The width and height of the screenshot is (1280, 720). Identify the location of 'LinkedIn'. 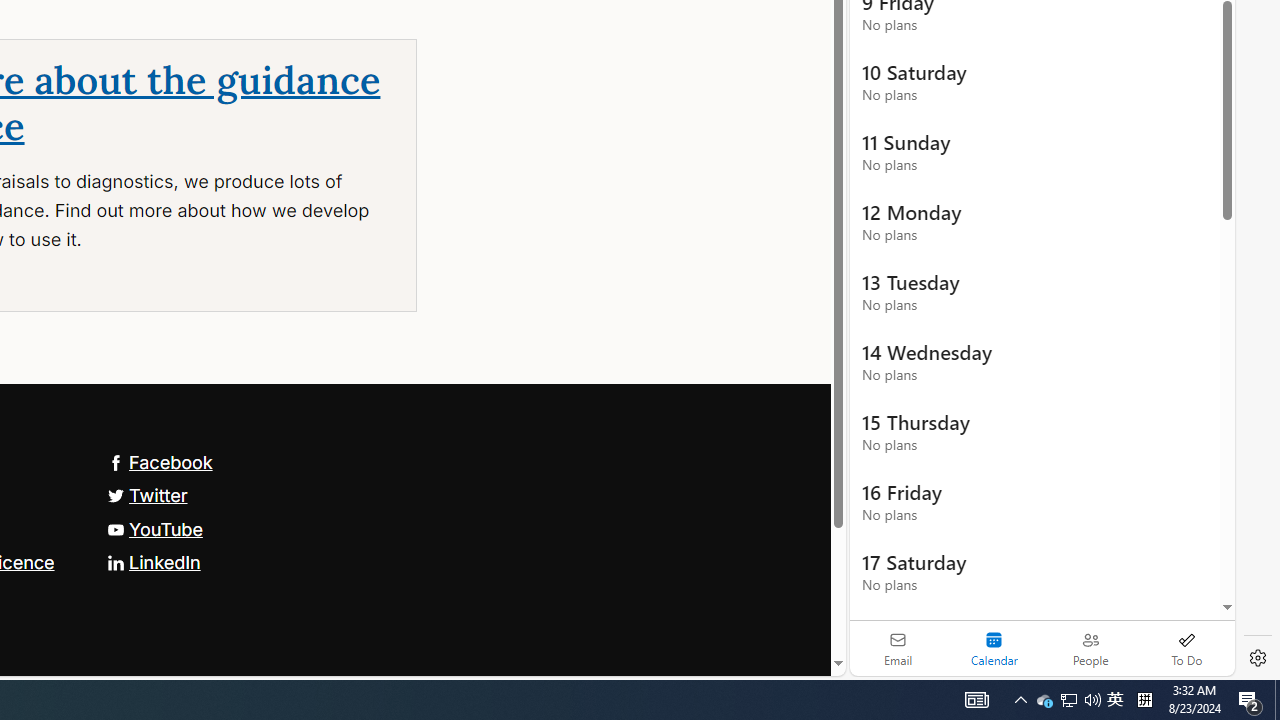
(152, 561).